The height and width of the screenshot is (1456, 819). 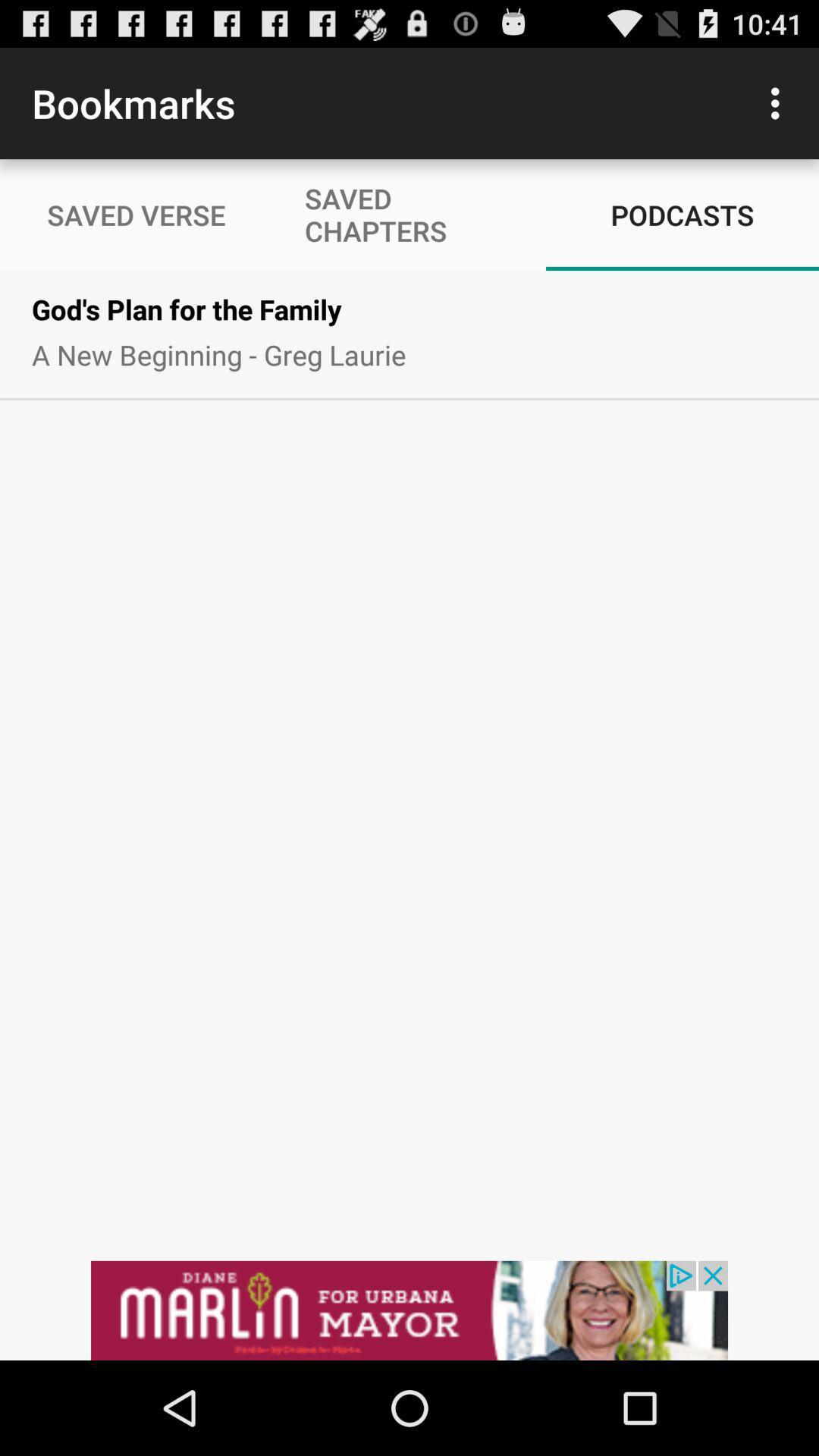 I want to click on advertisement link, so click(x=409, y=1310).